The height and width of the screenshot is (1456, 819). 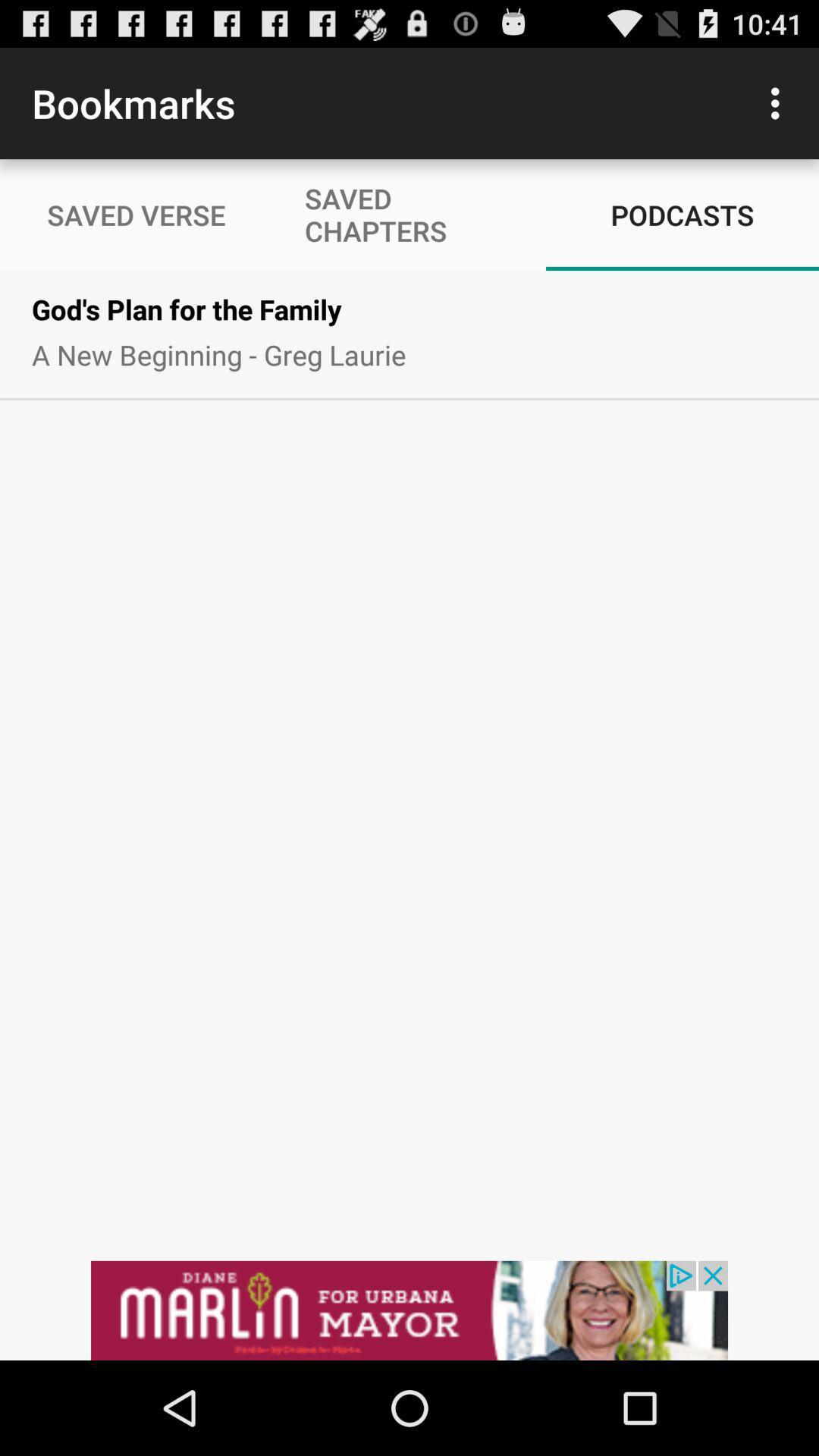 I want to click on advertisement link, so click(x=409, y=1310).